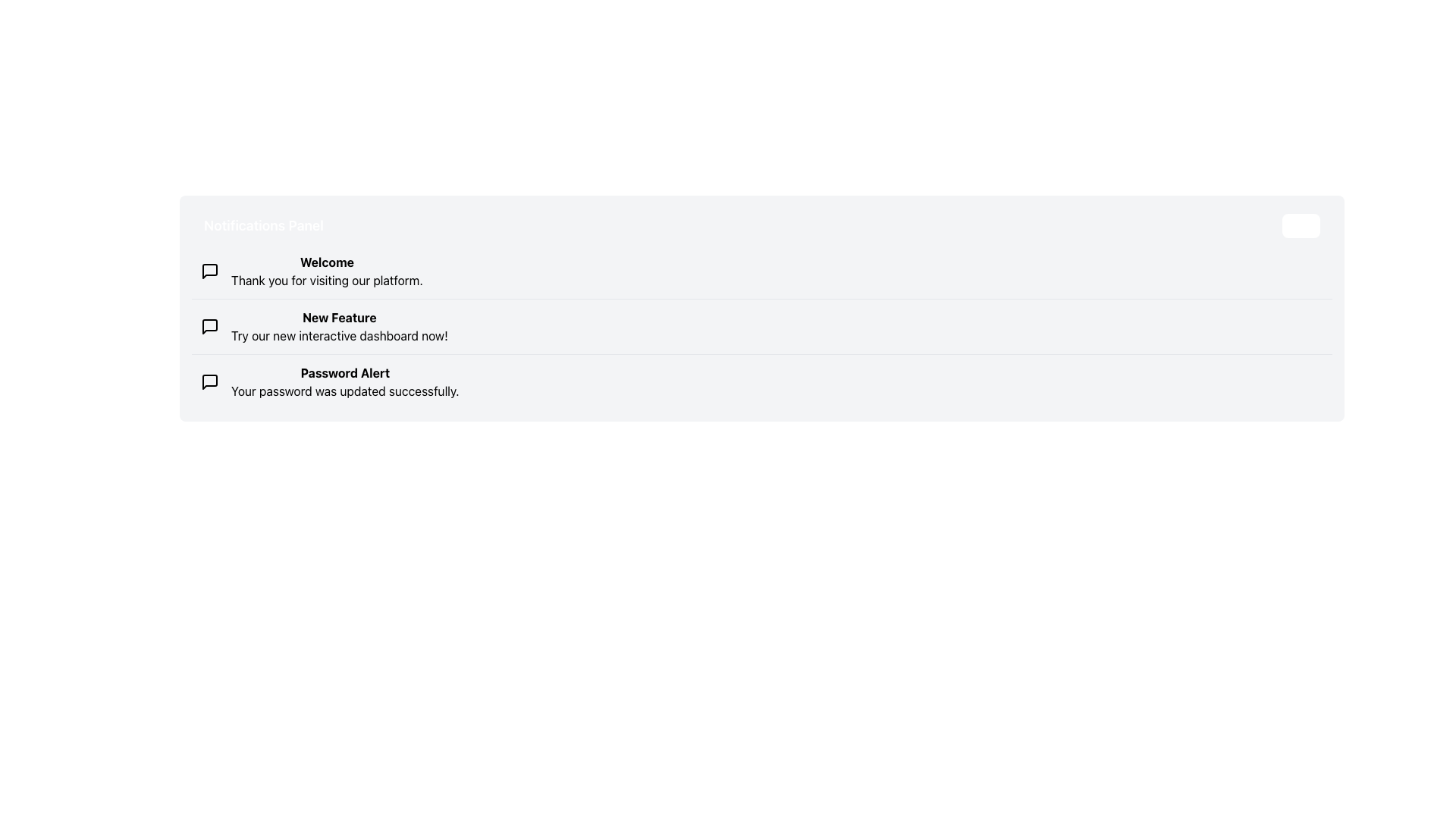 The height and width of the screenshot is (819, 1456). What do you see at coordinates (209, 271) in the screenshot?
I see `the speech bubble icon located to the left of the text 'Welcome' in the notification panel` at bounding box center [209, 271].